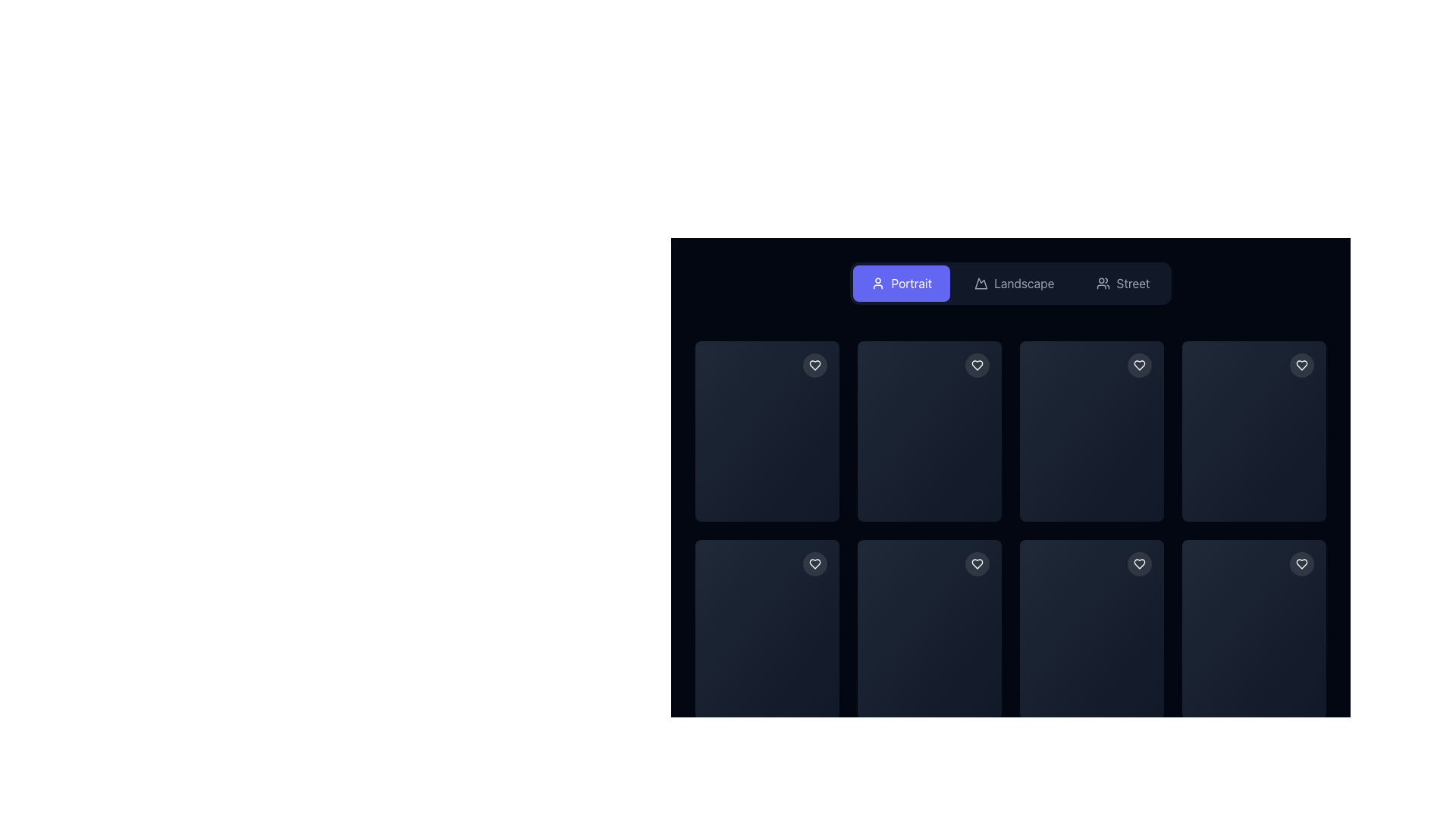  I want to click on the heart icon button, so click(977, 563).